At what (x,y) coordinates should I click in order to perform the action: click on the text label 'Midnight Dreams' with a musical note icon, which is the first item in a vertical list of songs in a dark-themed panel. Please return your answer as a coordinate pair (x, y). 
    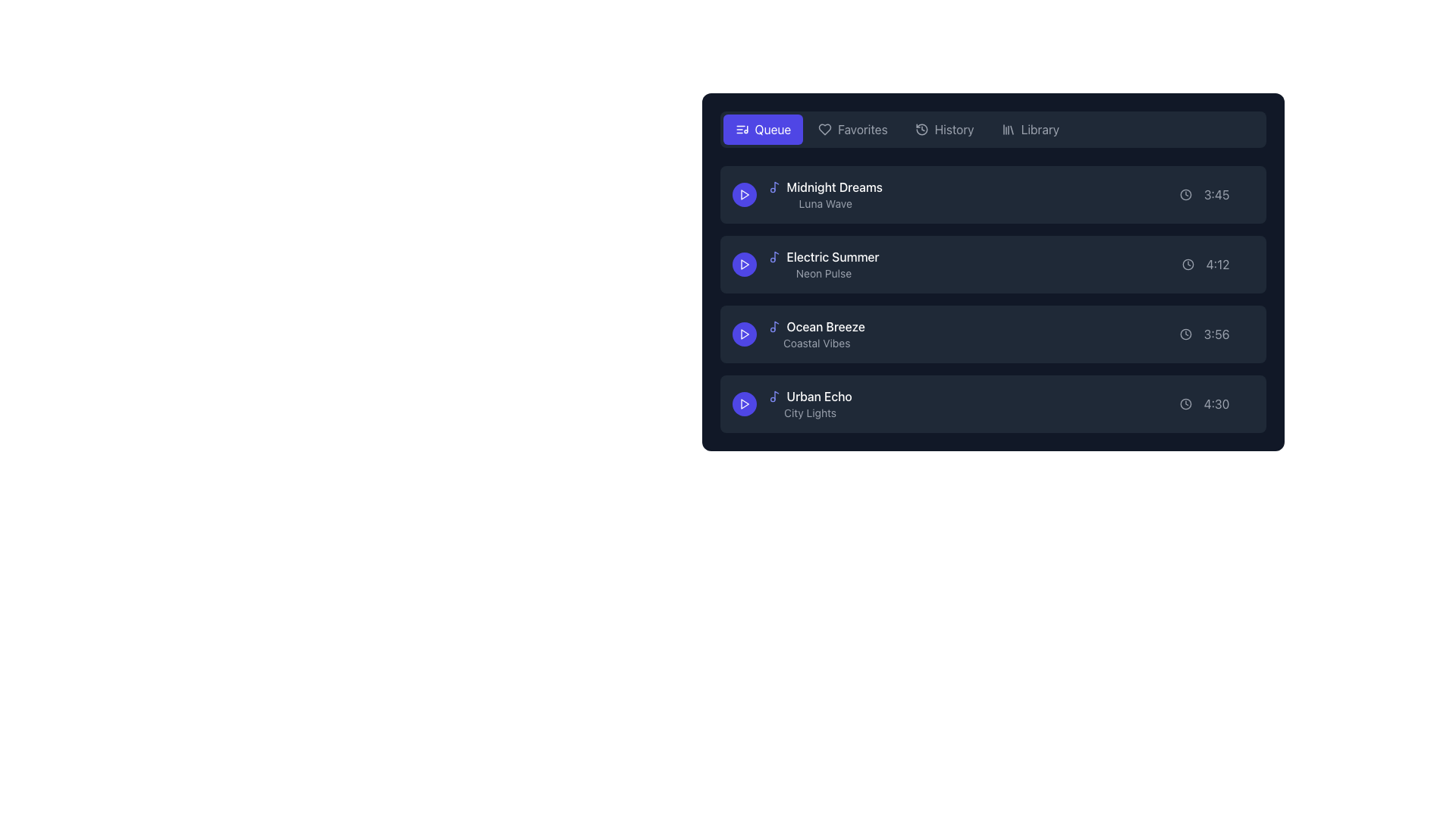
    Looking at the image, I should click on (824, 186).